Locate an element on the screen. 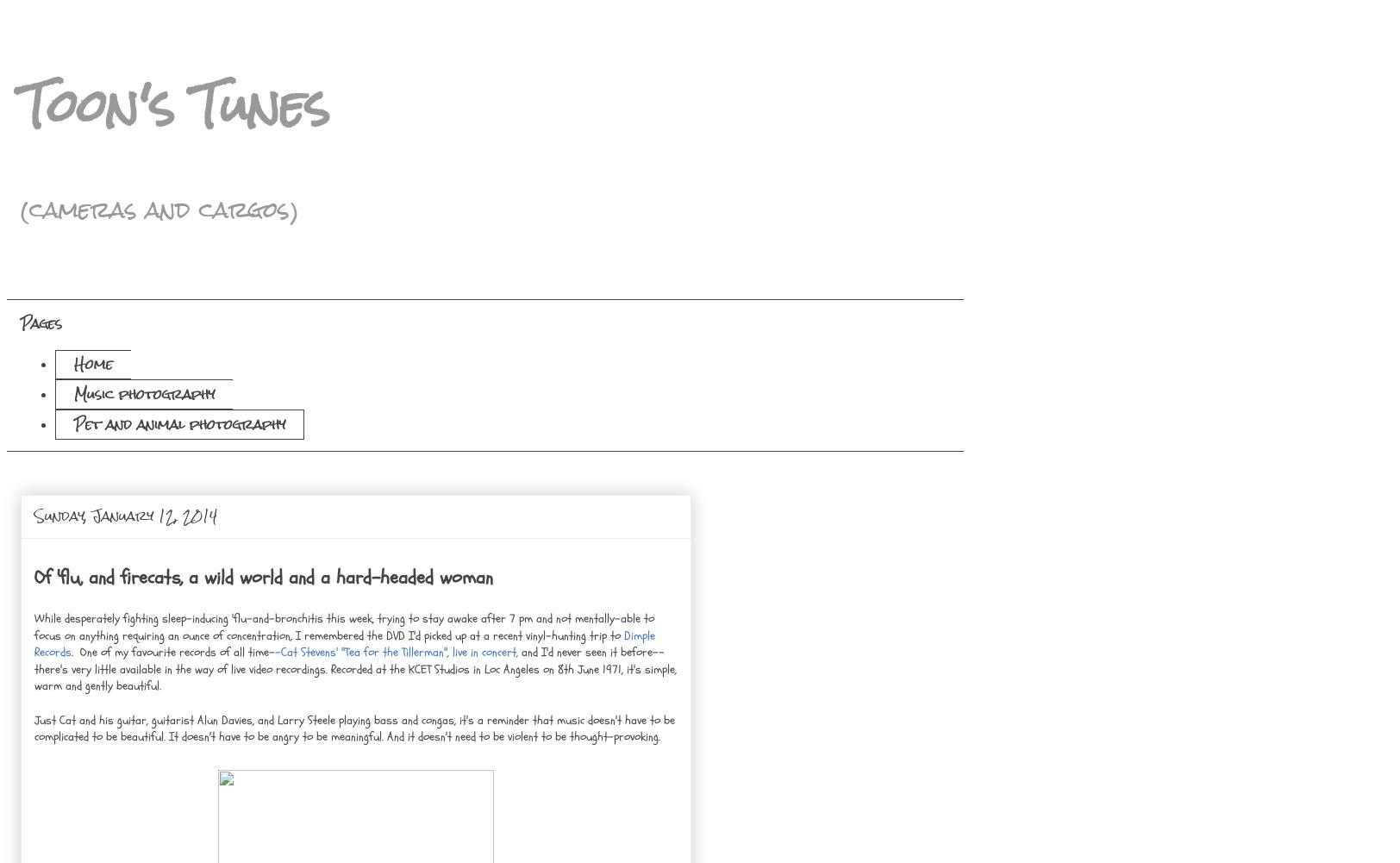  'Pages' is located at coordinates (41, 322).